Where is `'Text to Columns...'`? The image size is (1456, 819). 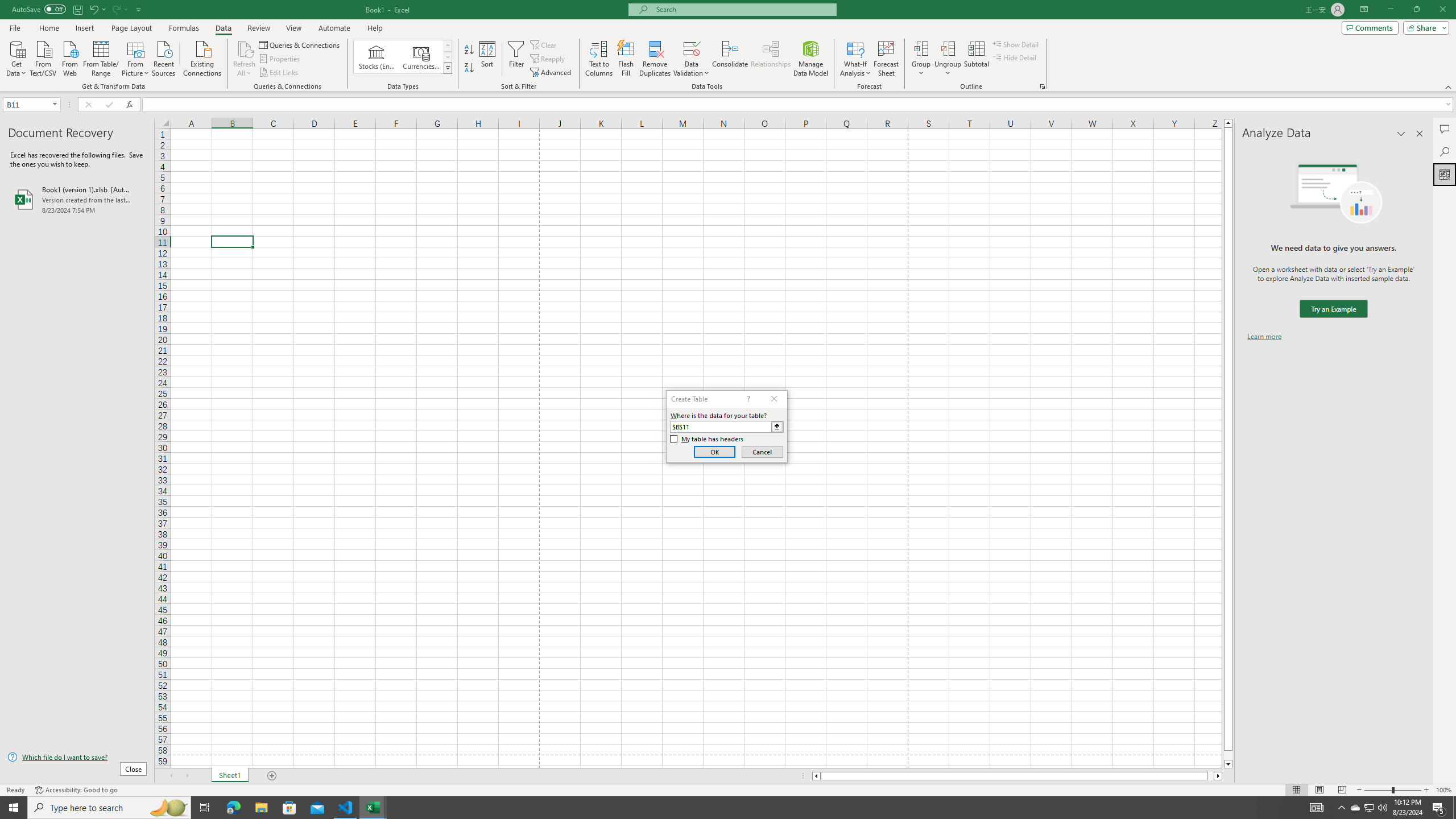 'Text to Columns...' is located at coordinates (598, 59).